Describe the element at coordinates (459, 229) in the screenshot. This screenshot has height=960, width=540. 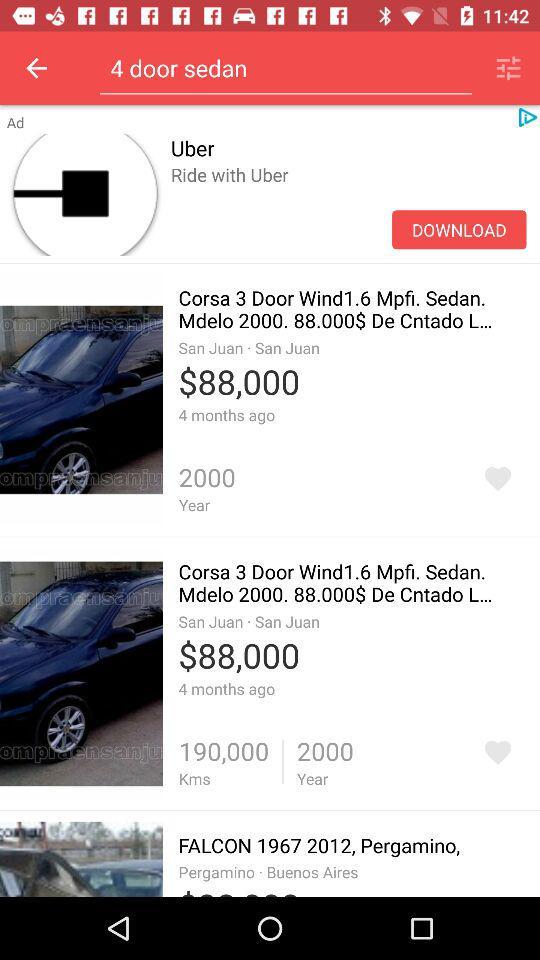
I see `the item below uber` at that location.